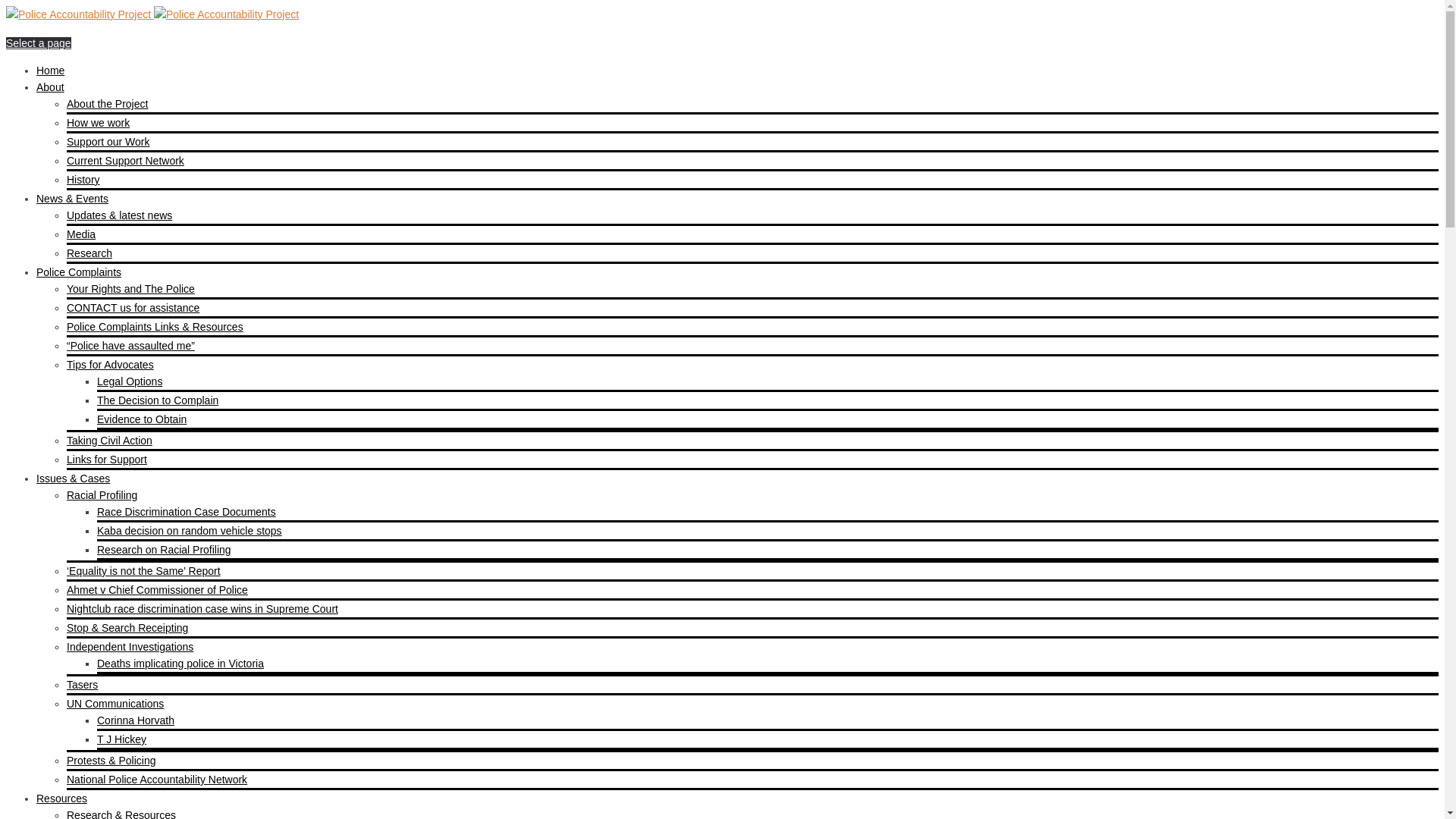 This screenshot has width=1456, height=819. Describe the element at coordinates (118, 215) in the screenshot. I see `'Updates & latest news'` at that location.